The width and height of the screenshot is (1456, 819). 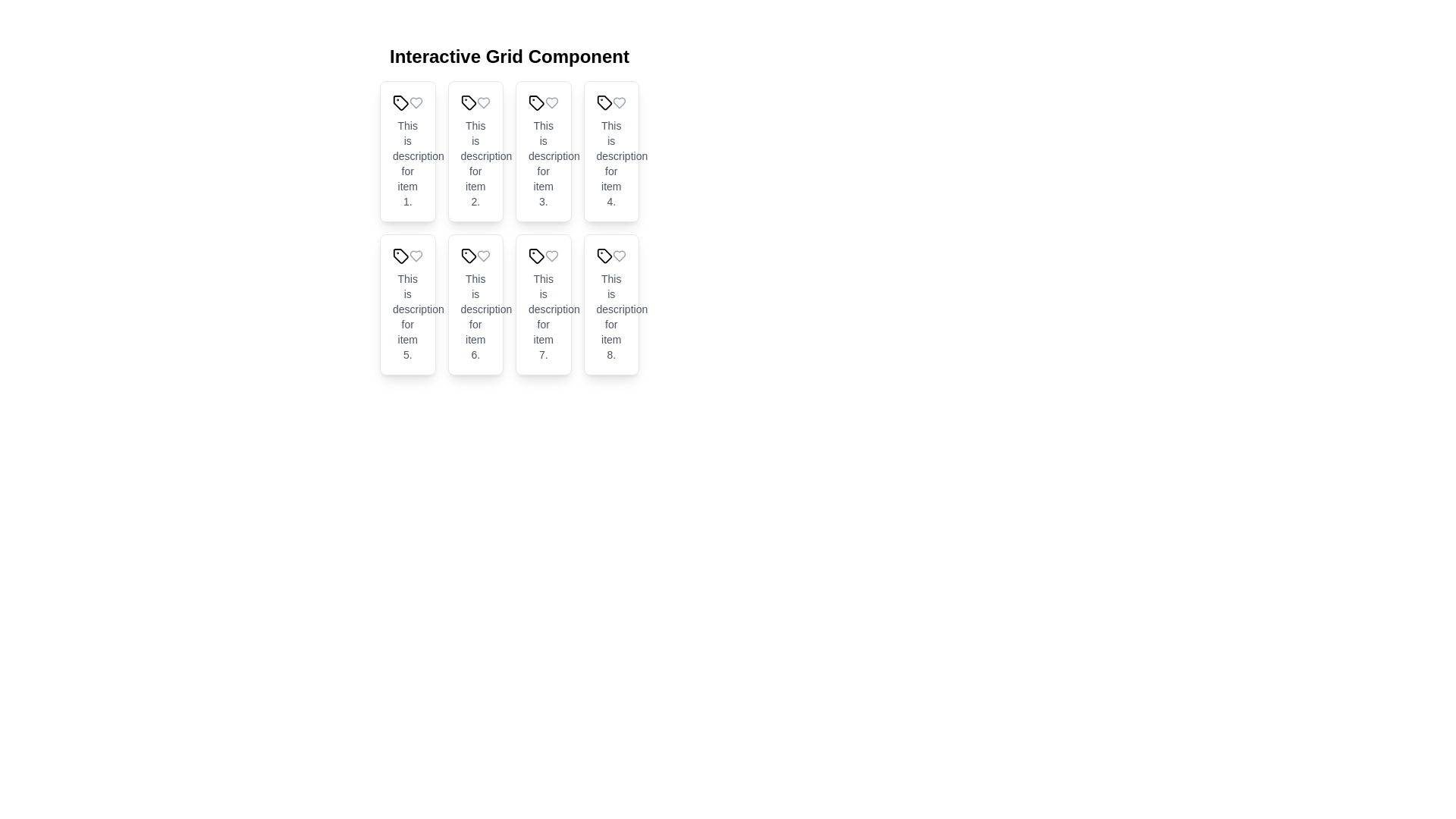 What do you see at coordinates (604, 102) in the screenshot?
I see `the vector graphic icon located in the fourth tile of the 'Interactive Grid Component', which is labeled 'Tile 4' with the description 'This is description for item 4.'` at bounding box center [604, 102].